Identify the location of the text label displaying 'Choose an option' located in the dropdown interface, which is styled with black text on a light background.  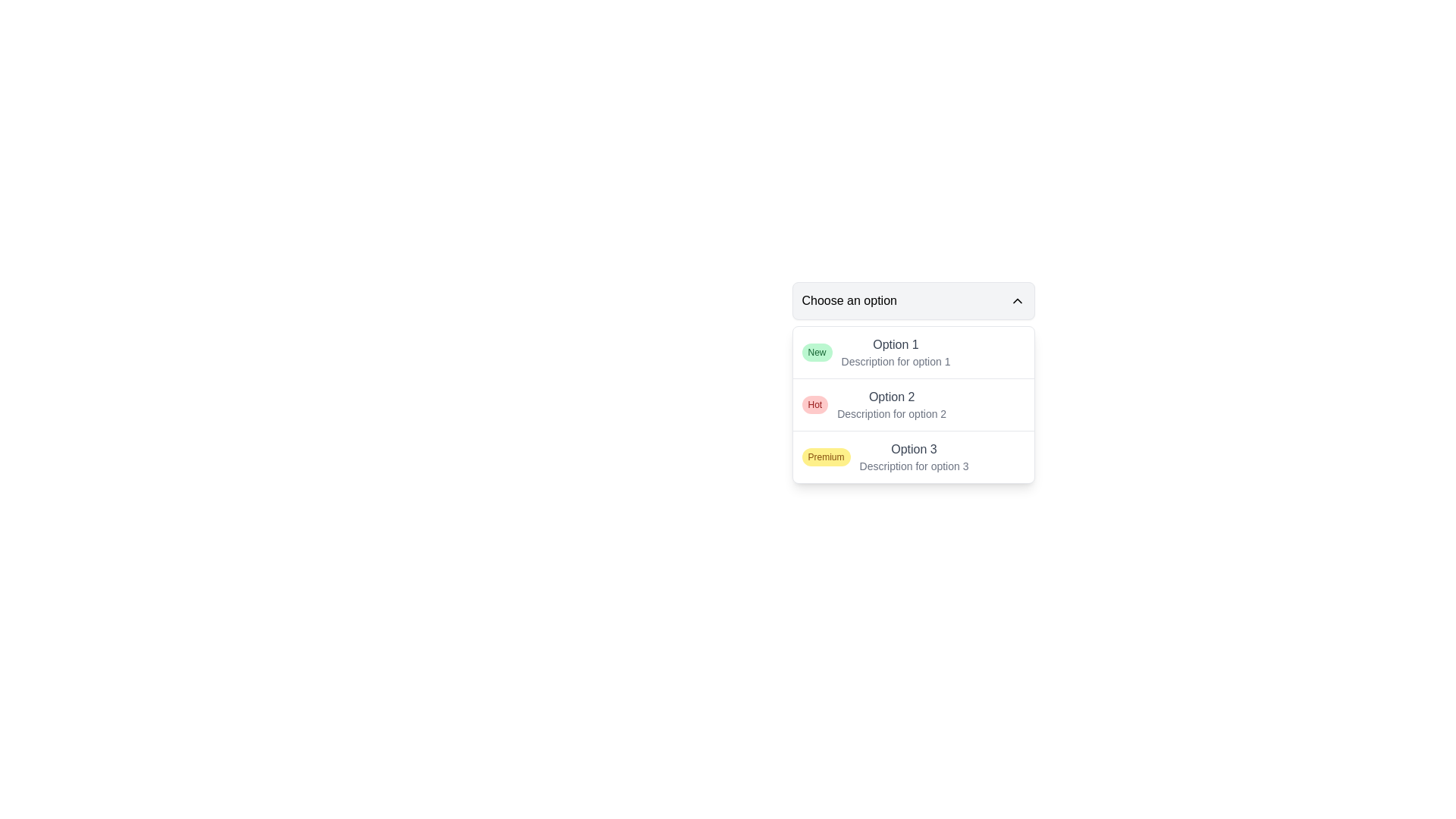
(849, 301).